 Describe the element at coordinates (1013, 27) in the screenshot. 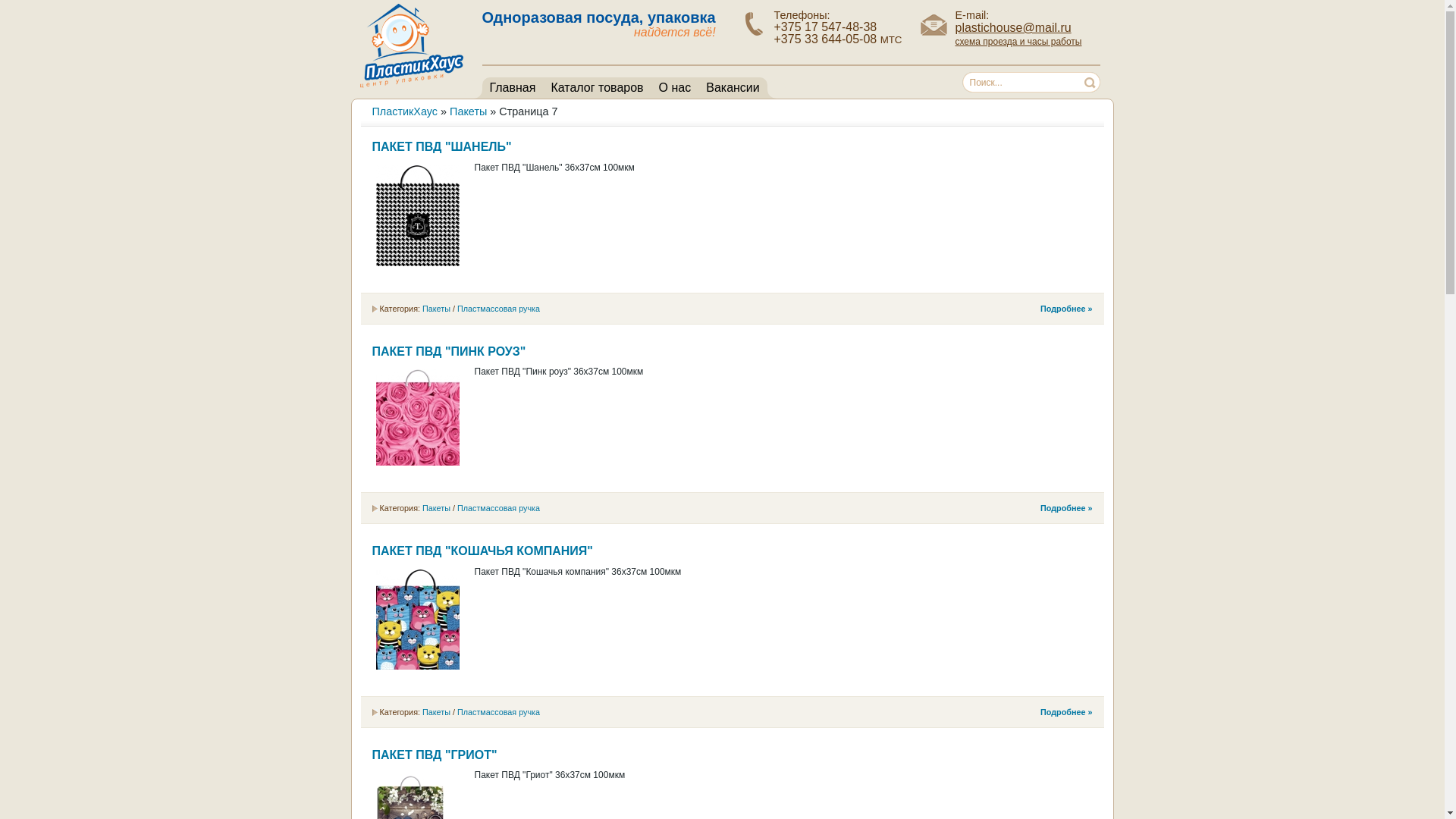

I see `'plastichouse@mail.ru'` at that location.